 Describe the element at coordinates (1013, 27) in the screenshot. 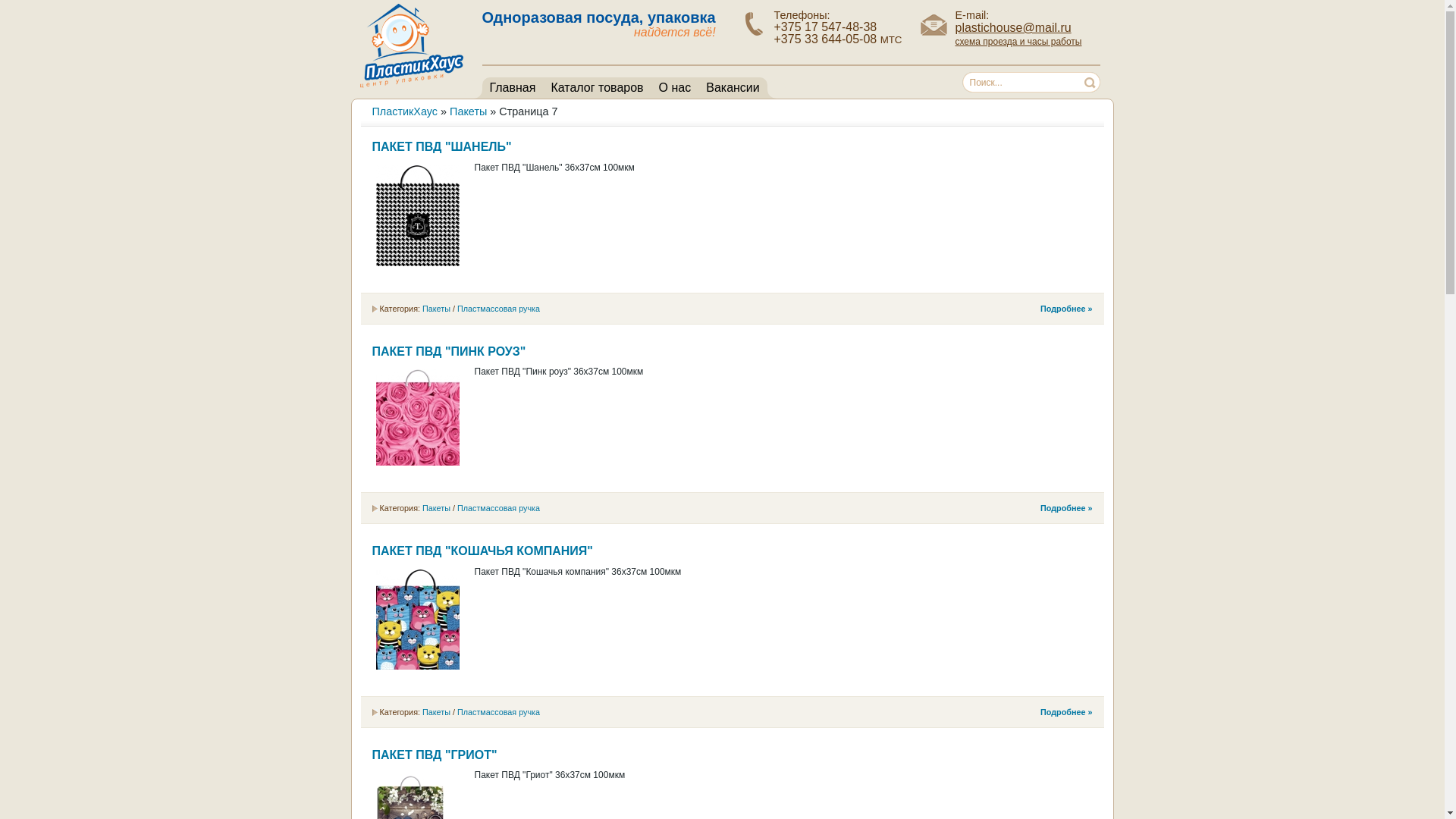

I see `'plastichouse@mail.ru'` at that location.